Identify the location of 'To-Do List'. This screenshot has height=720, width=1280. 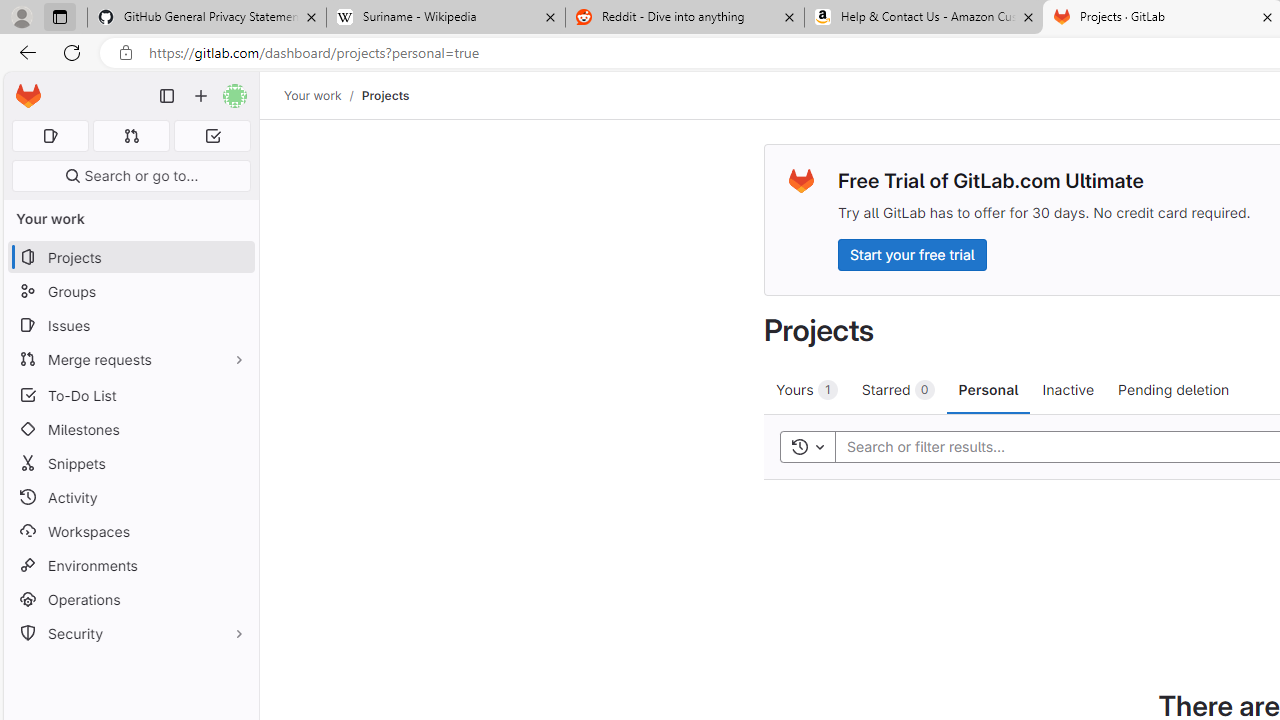
(130, 395).